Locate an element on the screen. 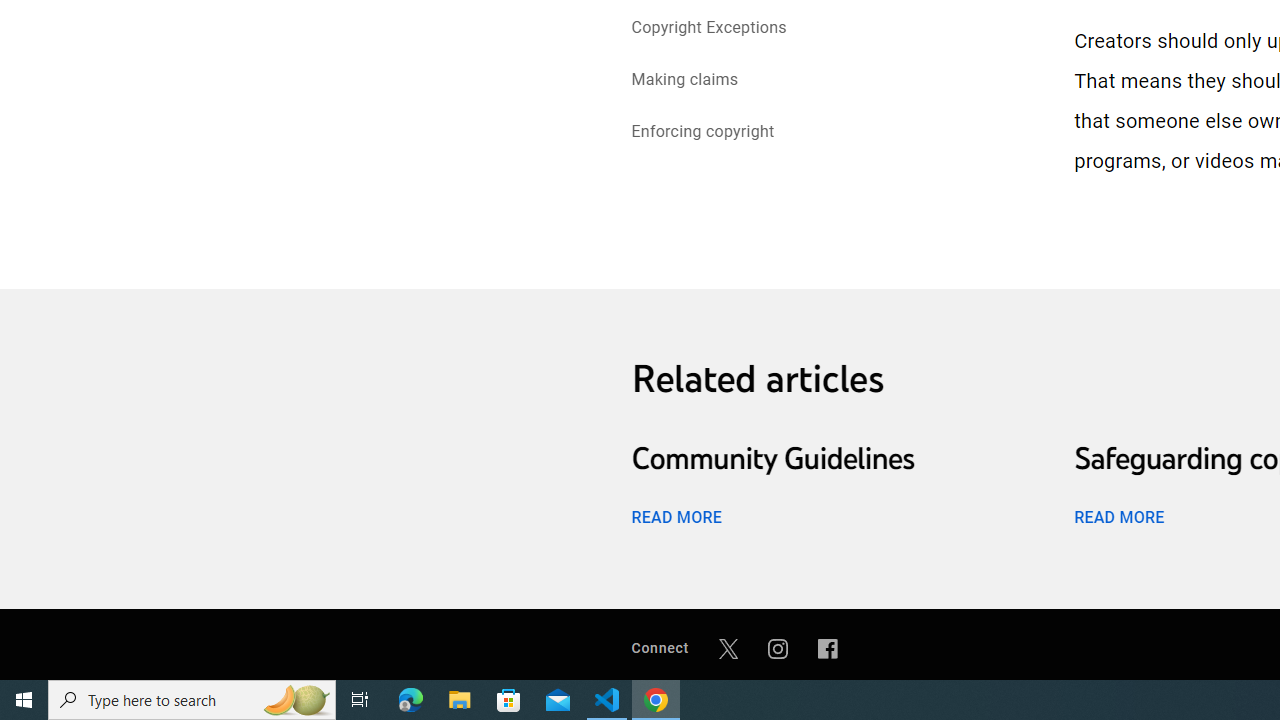 The image size is (1280, 720). 'Facebook' is located at coordinates (828, 648).